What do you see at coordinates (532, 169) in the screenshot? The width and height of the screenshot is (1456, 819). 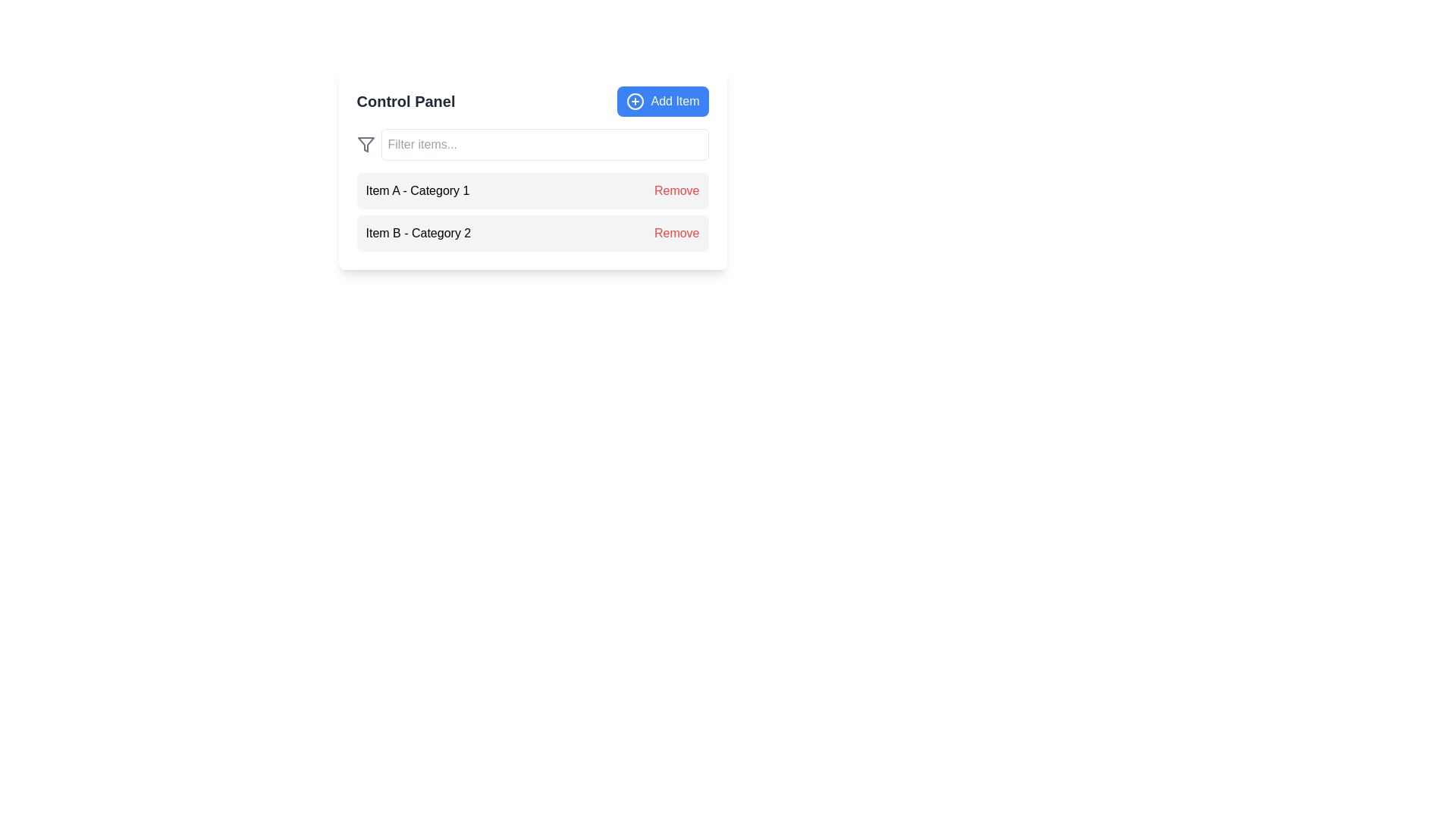 I see `the filter input field in the main interactive control panel for managing listed items` at bounding box center [532, 169].